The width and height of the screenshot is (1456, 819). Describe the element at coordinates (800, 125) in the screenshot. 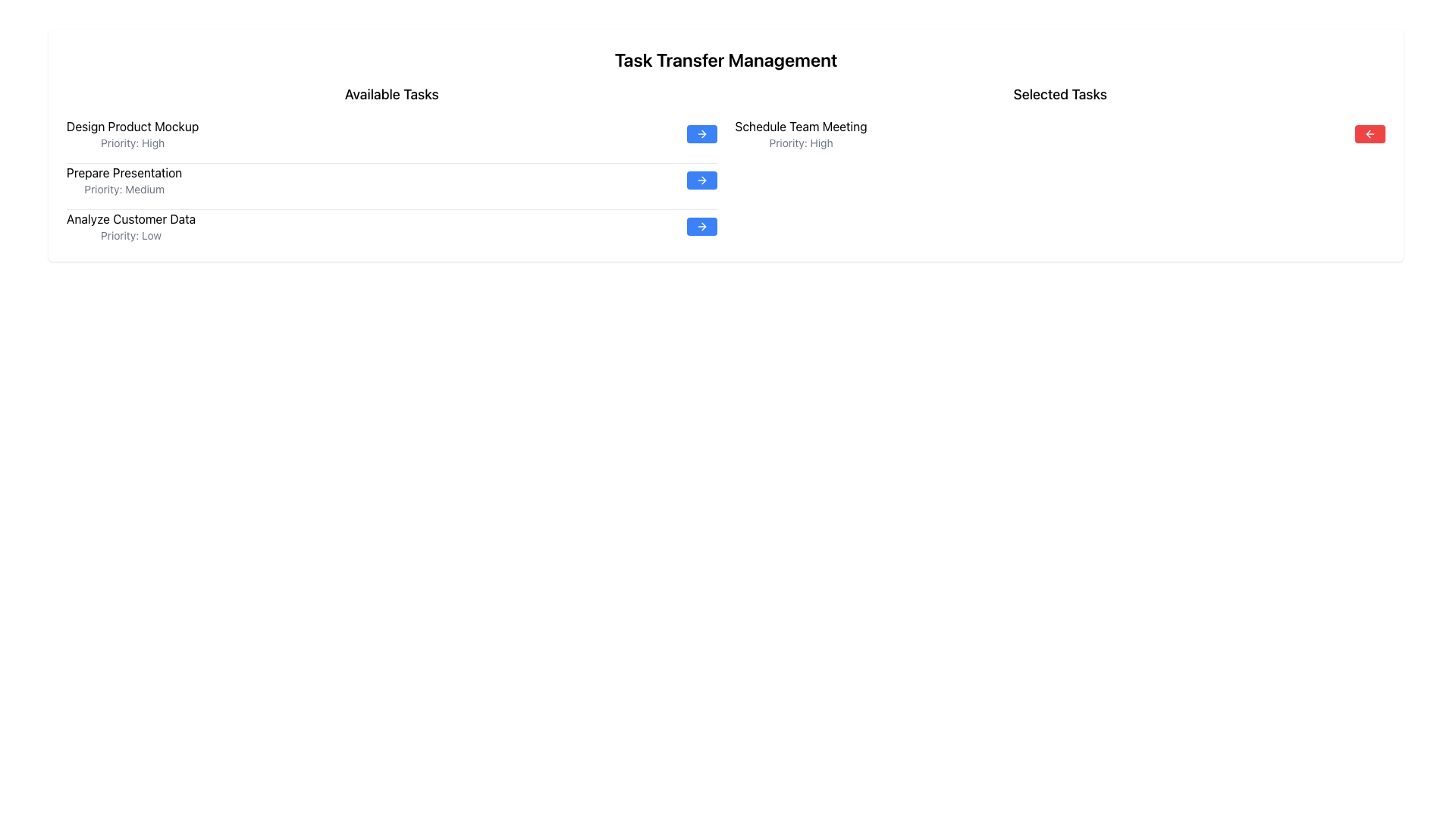

I see `the text display that says 'Schedule Team Meeting', which is positioned in the 'Selected Tasks' section above 'Priority: High'` at that location.